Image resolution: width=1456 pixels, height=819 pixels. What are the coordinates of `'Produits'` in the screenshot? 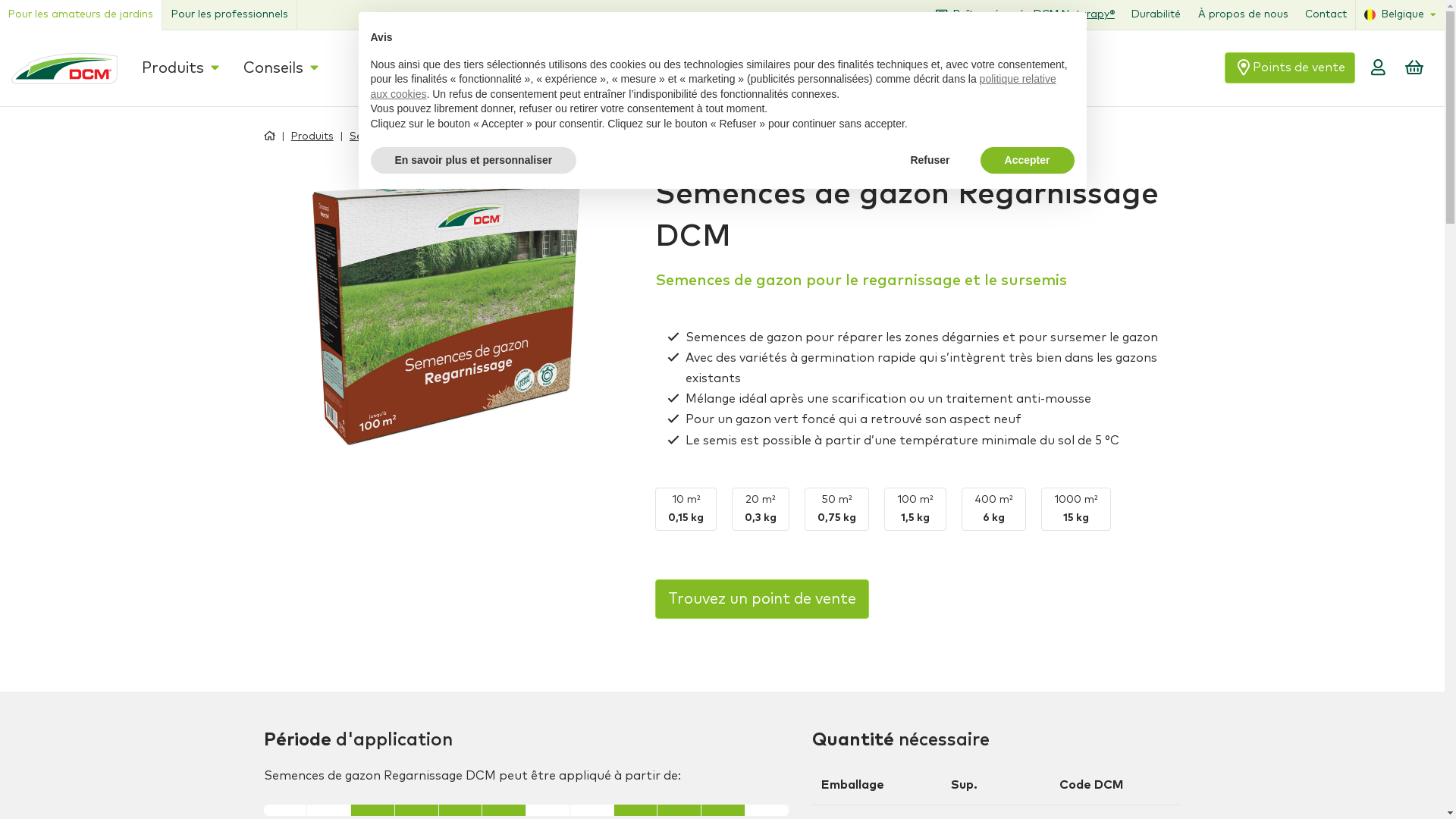 It's located at (174, 67).